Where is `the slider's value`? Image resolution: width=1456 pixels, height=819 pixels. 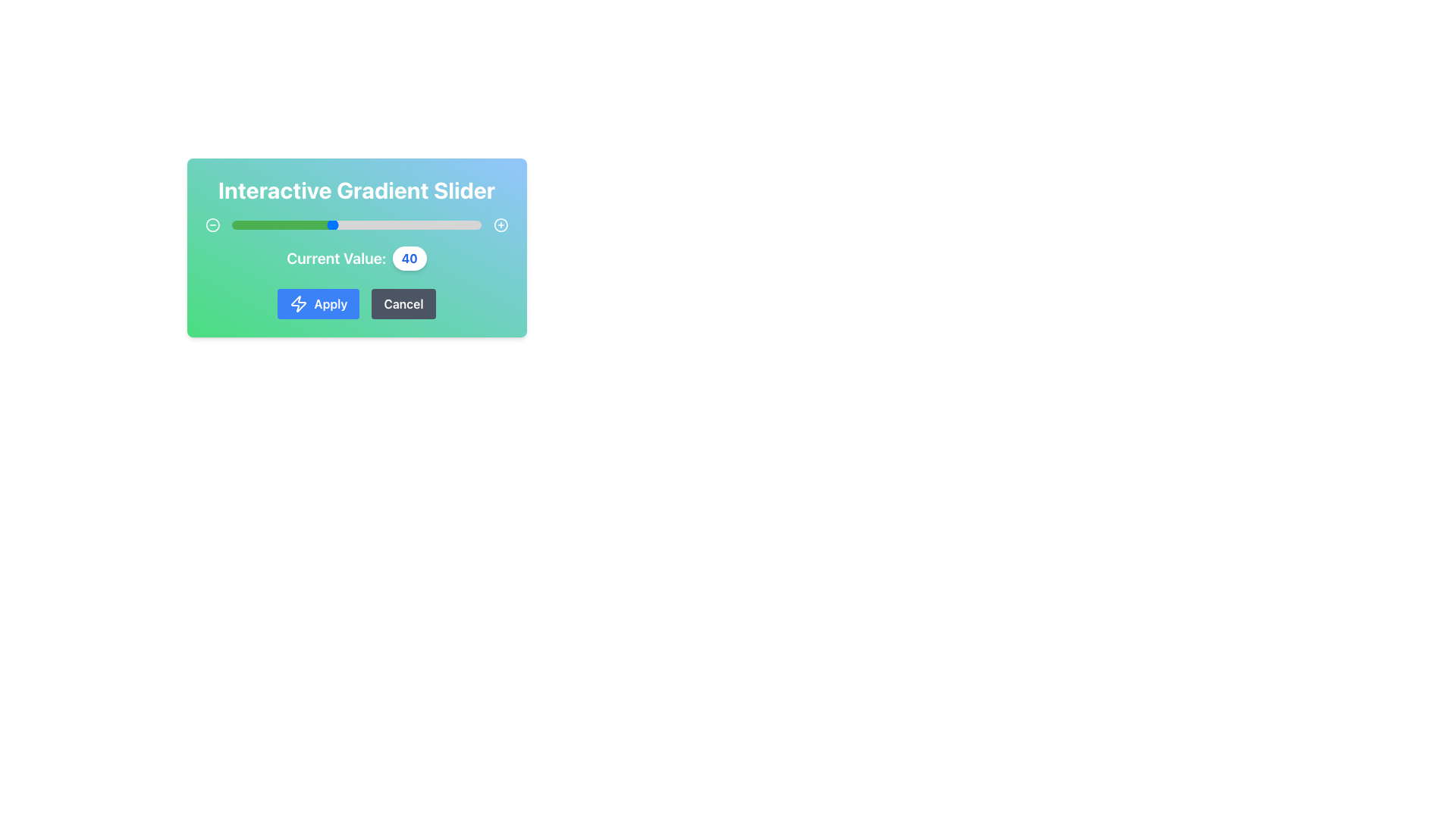
the slider's value is located at coordinates (236, 225).